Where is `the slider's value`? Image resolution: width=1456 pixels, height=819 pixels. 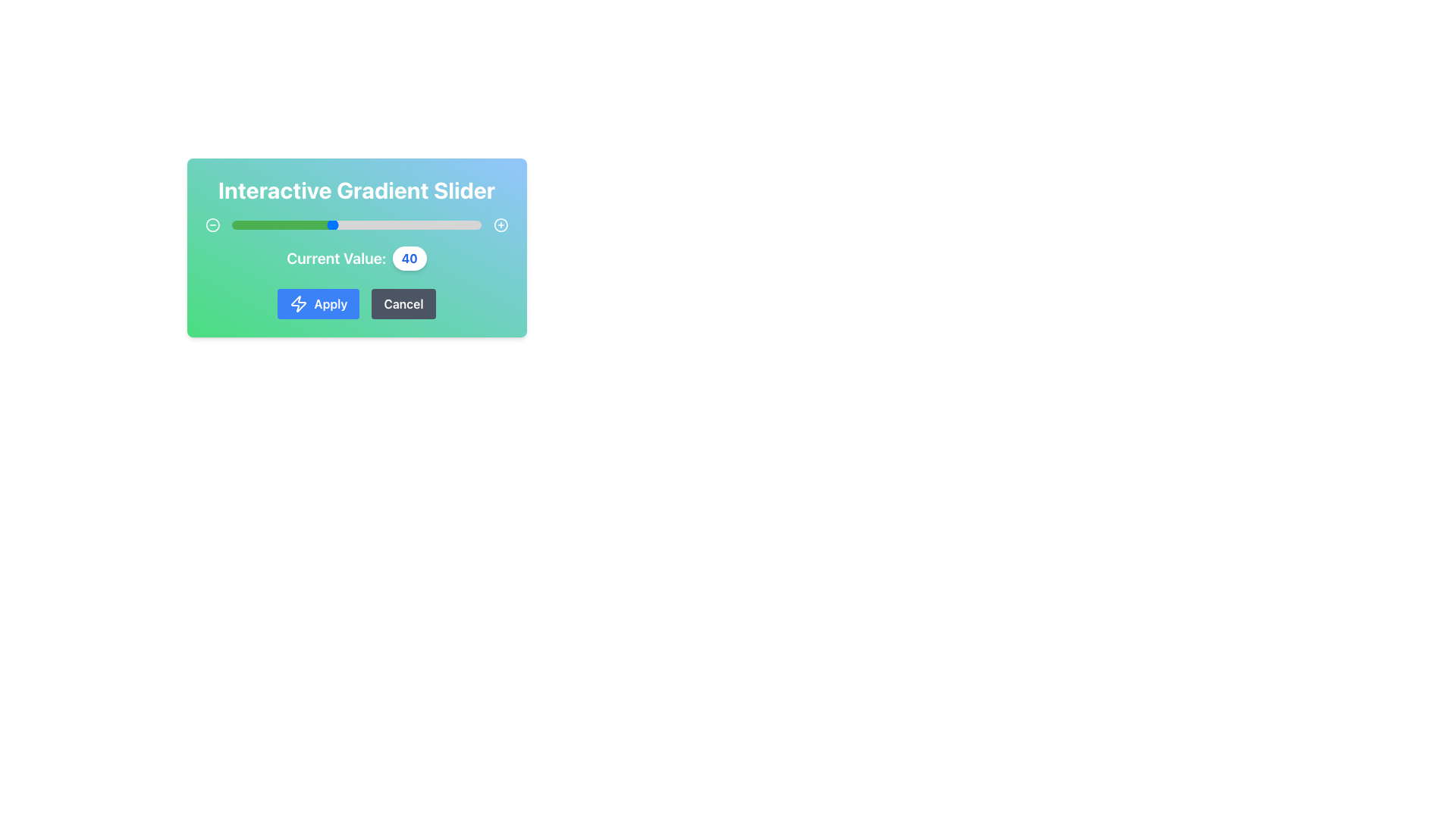
the slider's value is located at coordinates (236, 225).